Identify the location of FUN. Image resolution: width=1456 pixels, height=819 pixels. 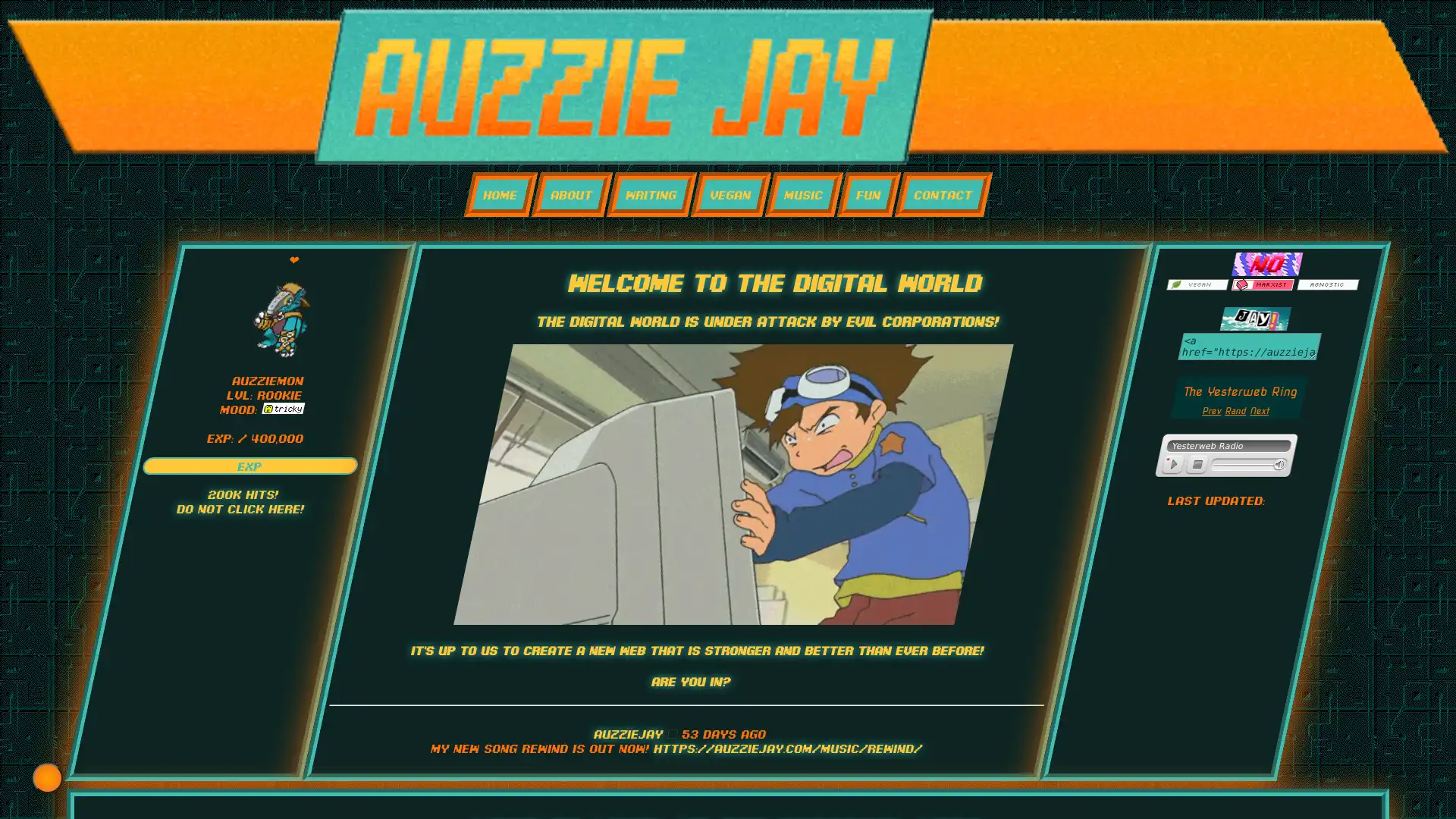
(868, 193).